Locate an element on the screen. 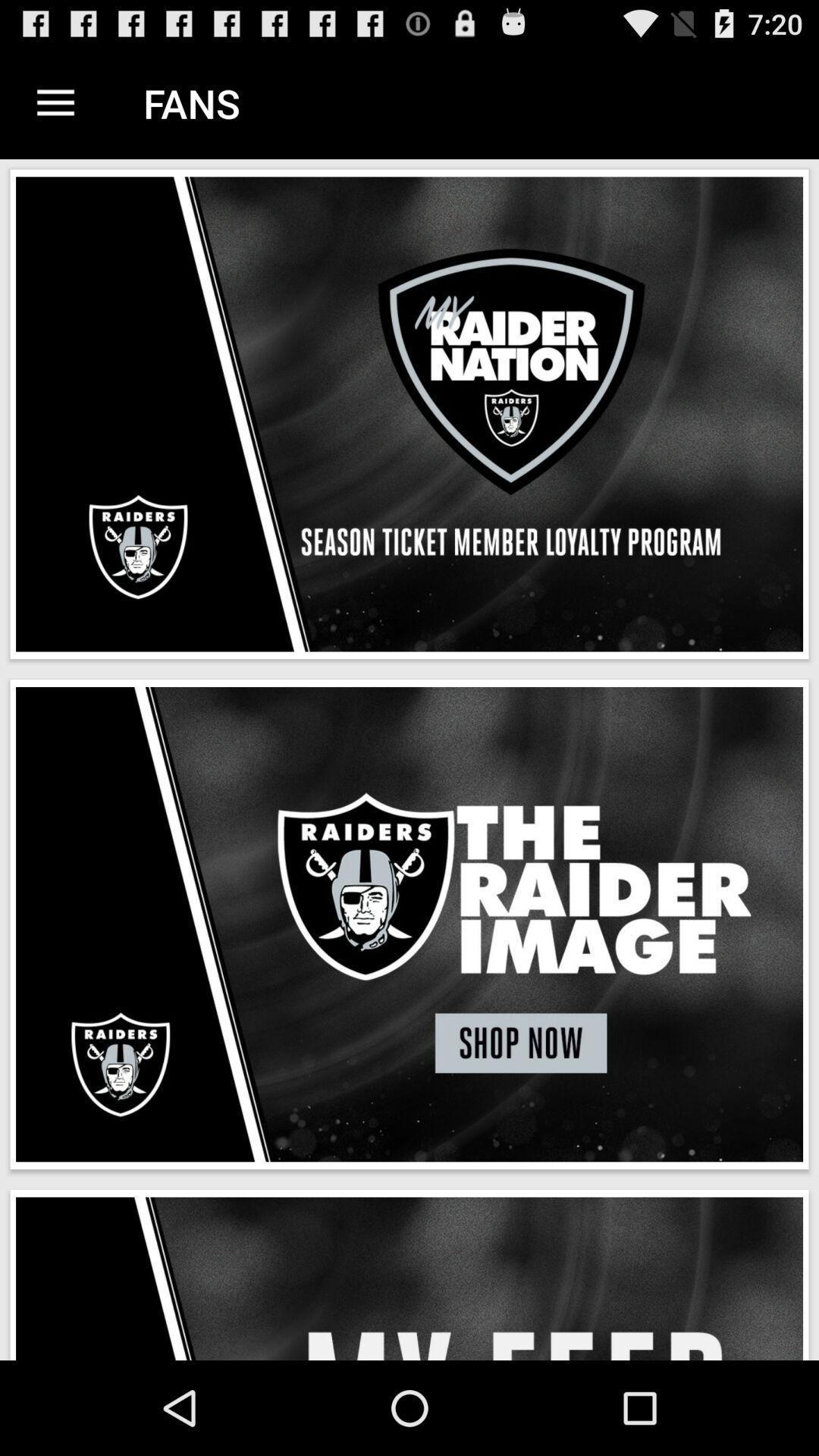 The image size is (819, 1456). the app to the left of fans app is located at coordinates (55, 102).